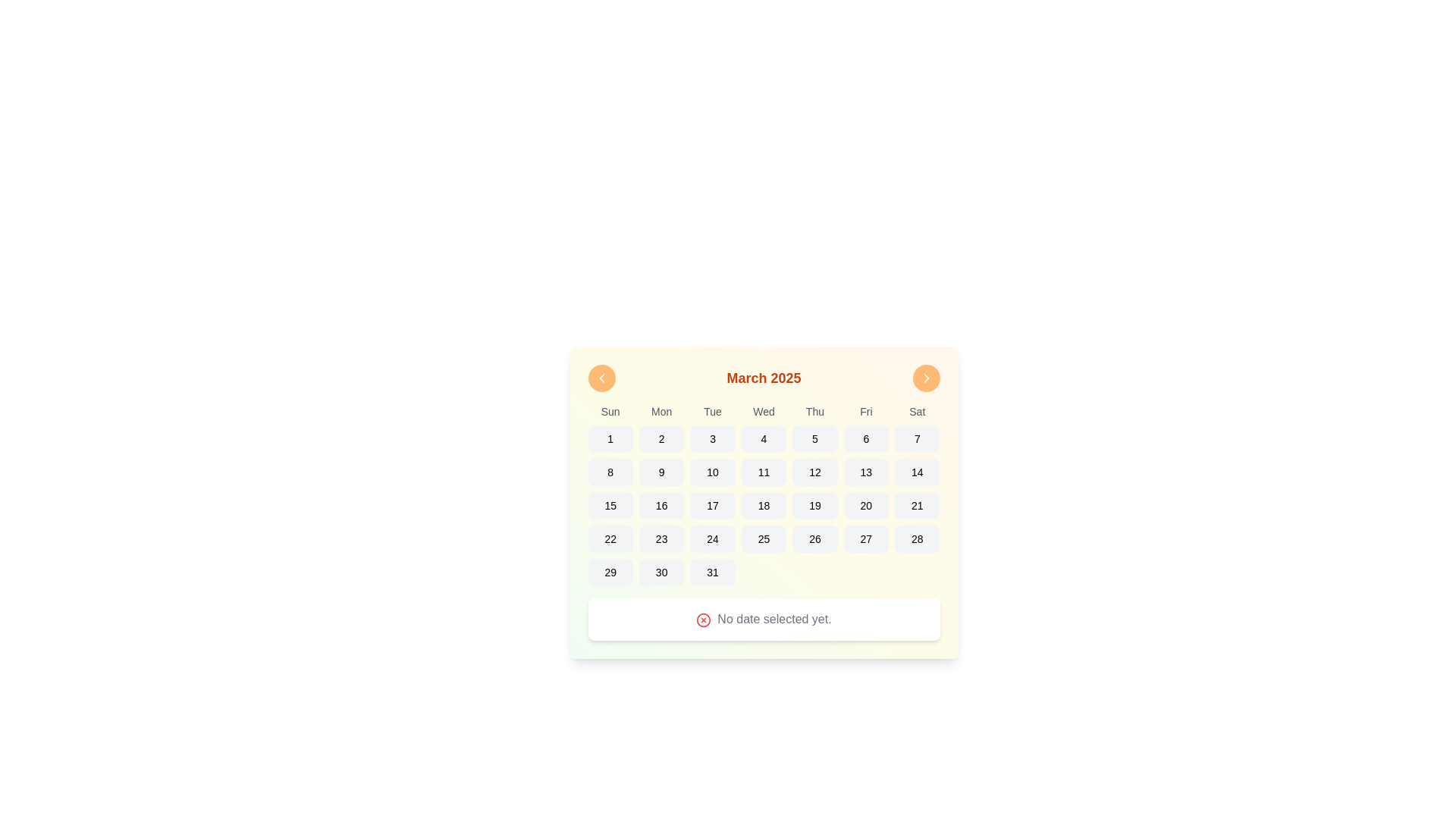 This screenshot has width=1456, height=819. I want to click on the text label 'Tue' in the header row of the calendar component, which is styled with a medium font weight and light gray color, so click(712, 412).